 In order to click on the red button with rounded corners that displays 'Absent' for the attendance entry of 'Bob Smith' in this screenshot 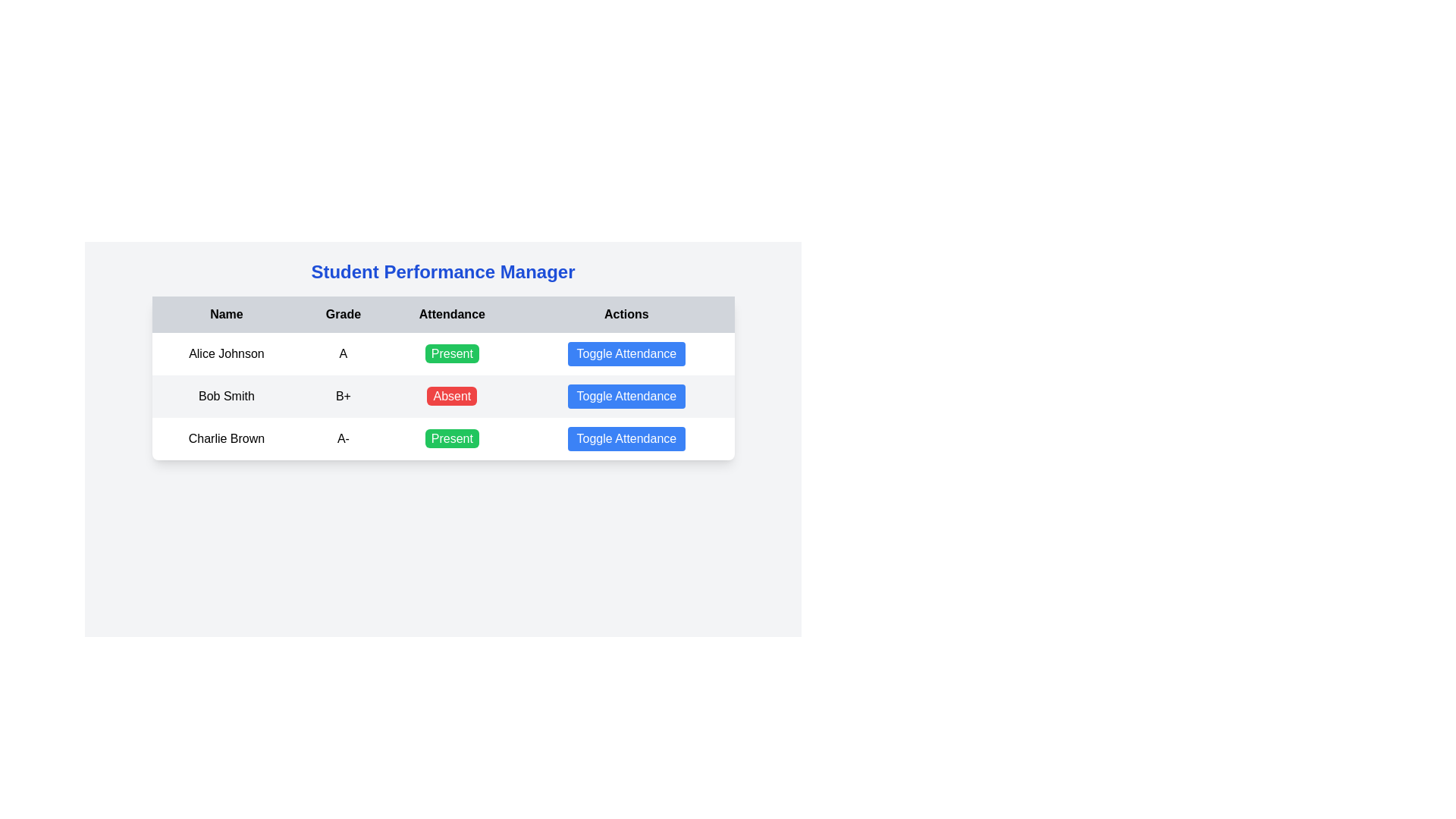, I will do `click(451, 396)`.